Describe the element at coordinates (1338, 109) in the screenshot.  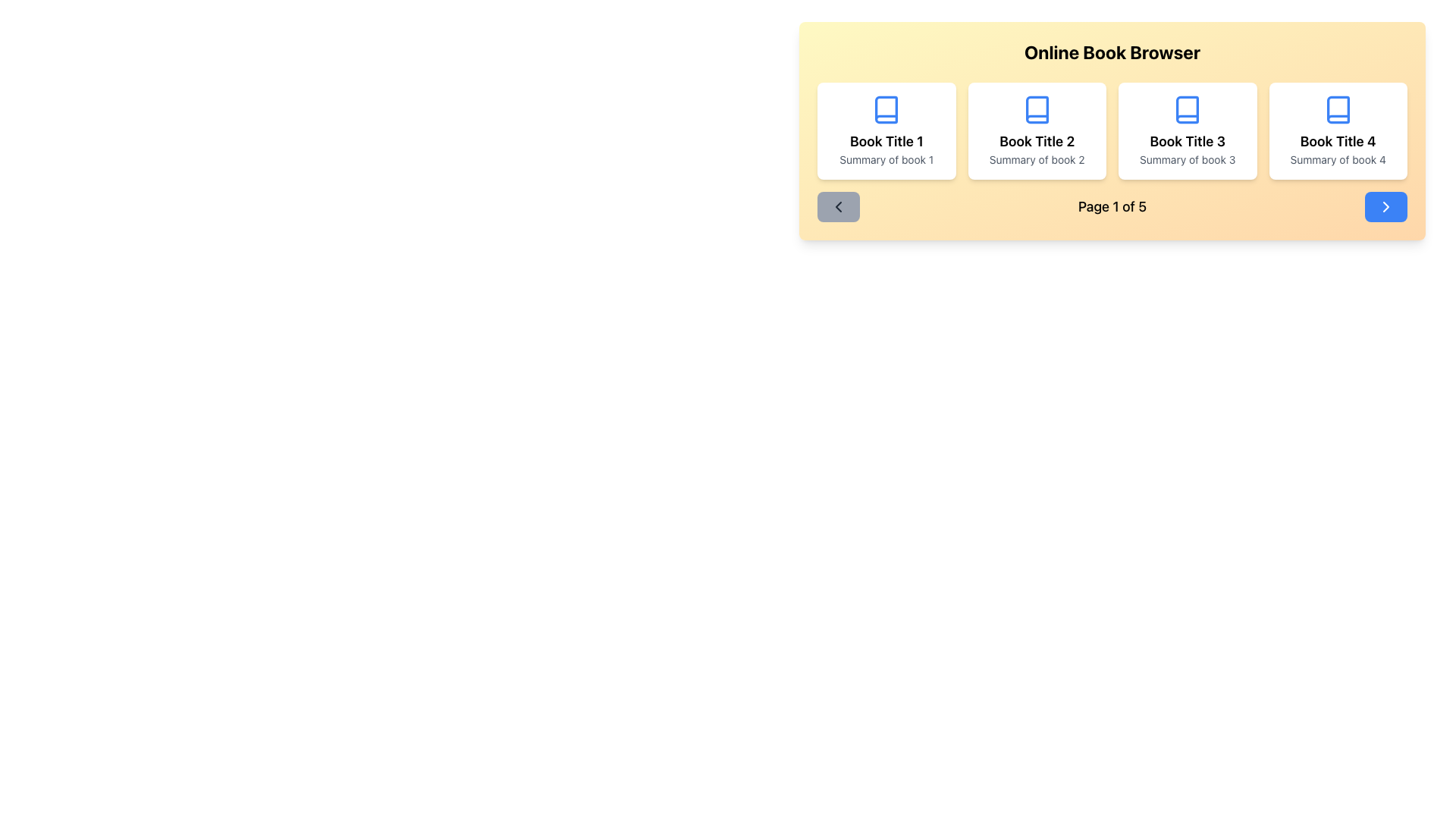
I see `the illustrative icon located at the top of the fourth card from the left in a horizontally aligned grid of cards, which represents a book item in a browser or catalog interface` at that location.